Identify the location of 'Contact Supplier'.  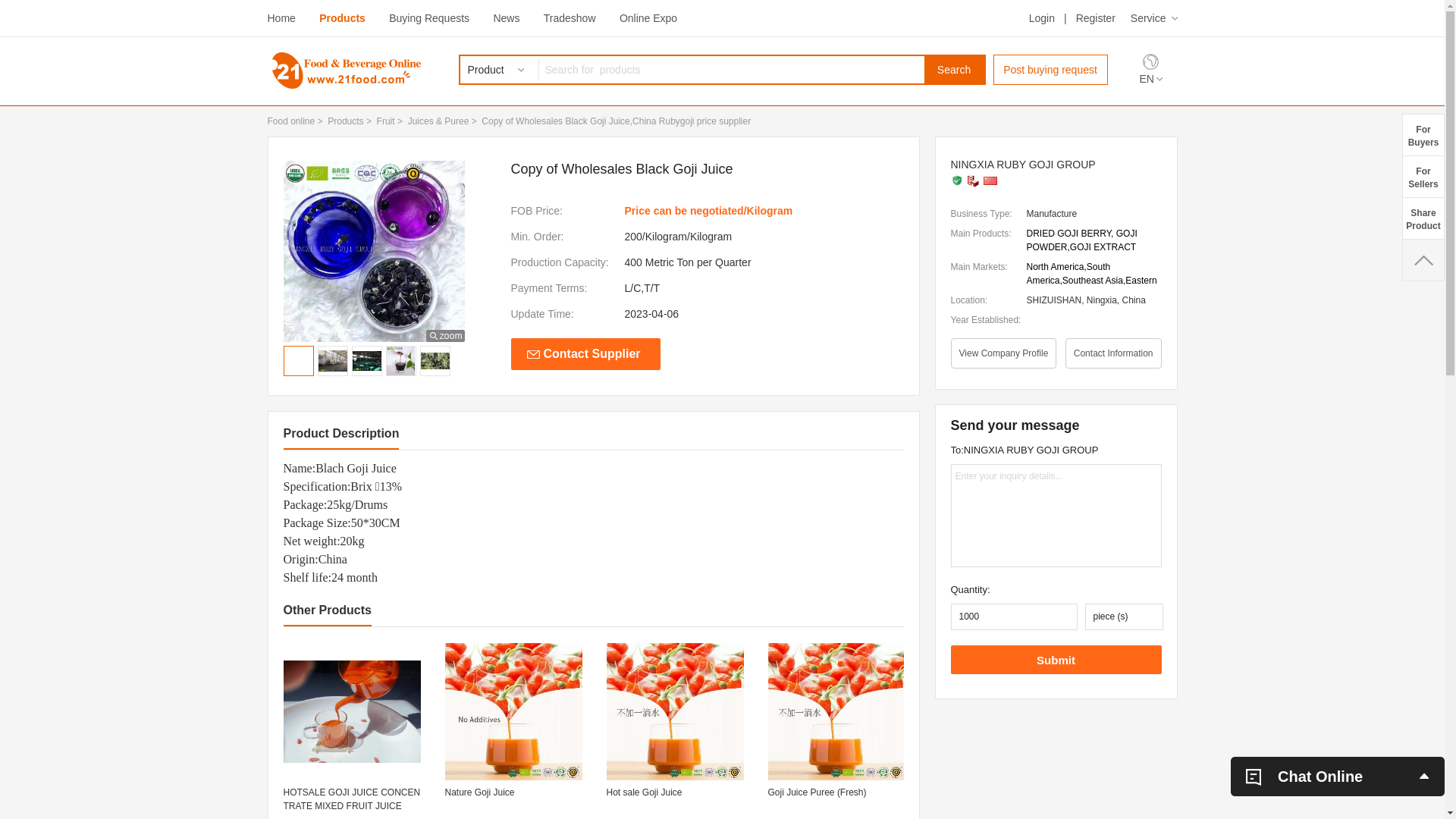
(585, 353).